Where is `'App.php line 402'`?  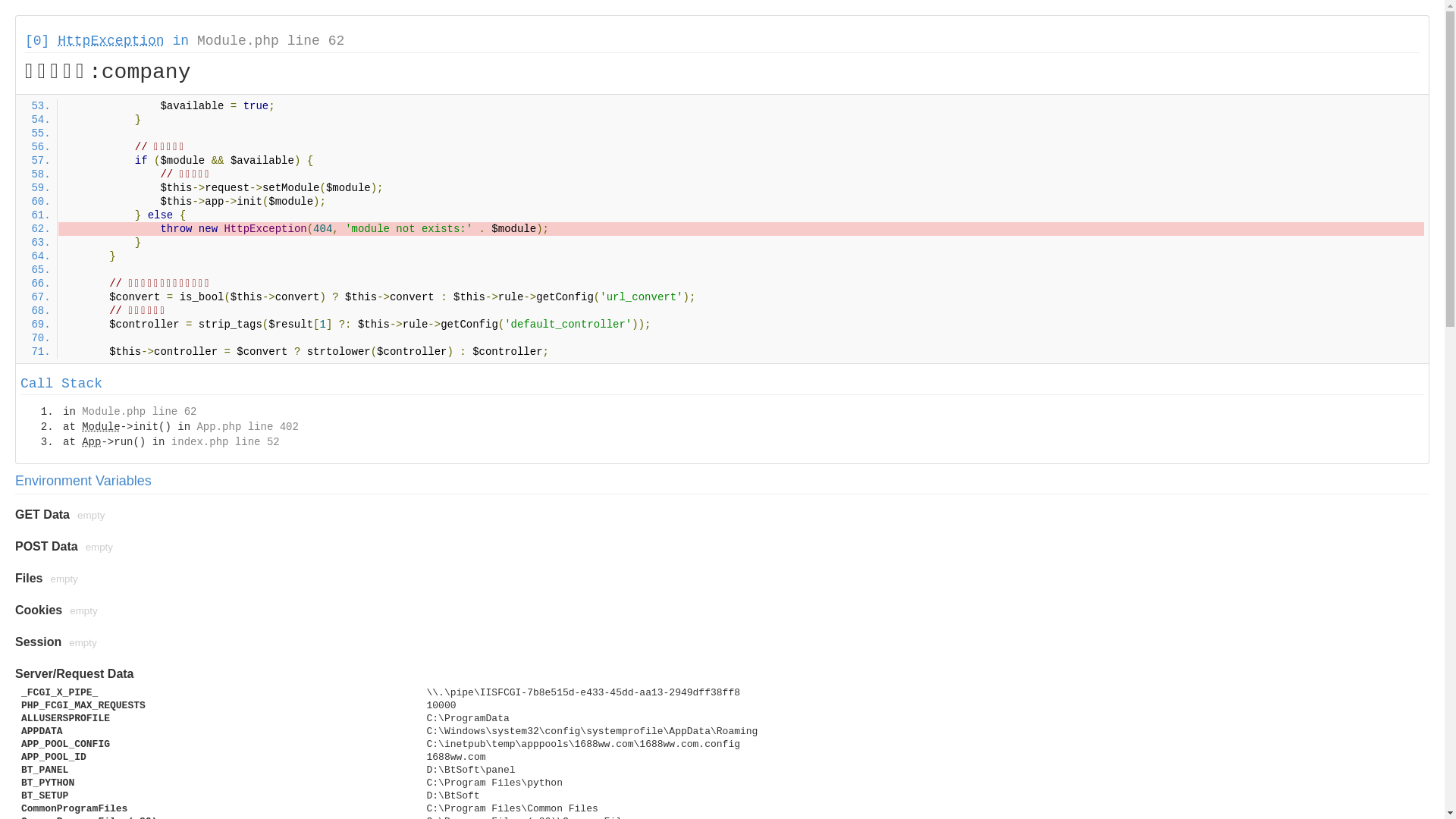 'App.php line 402' is located at coordinates (247, 427).